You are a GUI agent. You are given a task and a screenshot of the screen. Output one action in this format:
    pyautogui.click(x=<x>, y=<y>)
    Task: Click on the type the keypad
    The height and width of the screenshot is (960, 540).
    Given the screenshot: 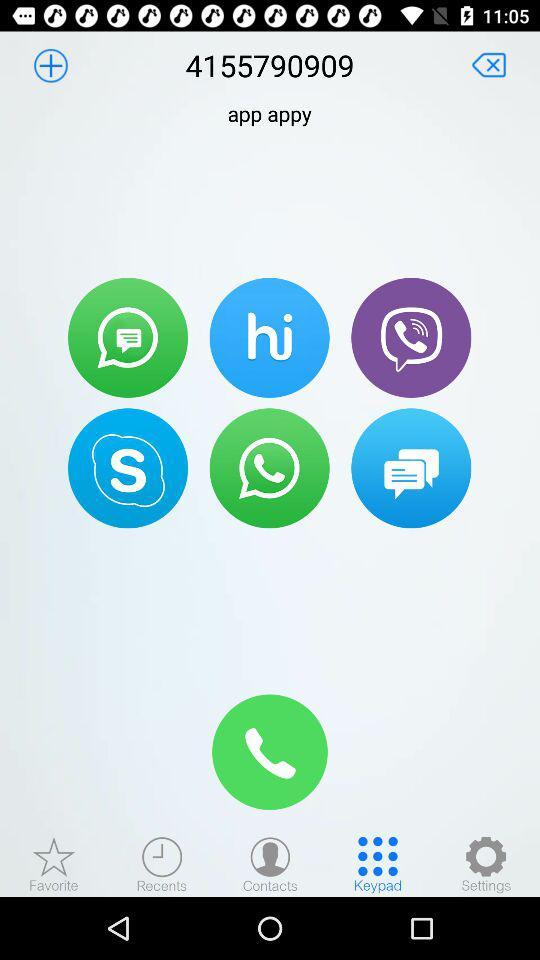 What is the action you would take?
    pyautogui.click(x=378, y=863)
    